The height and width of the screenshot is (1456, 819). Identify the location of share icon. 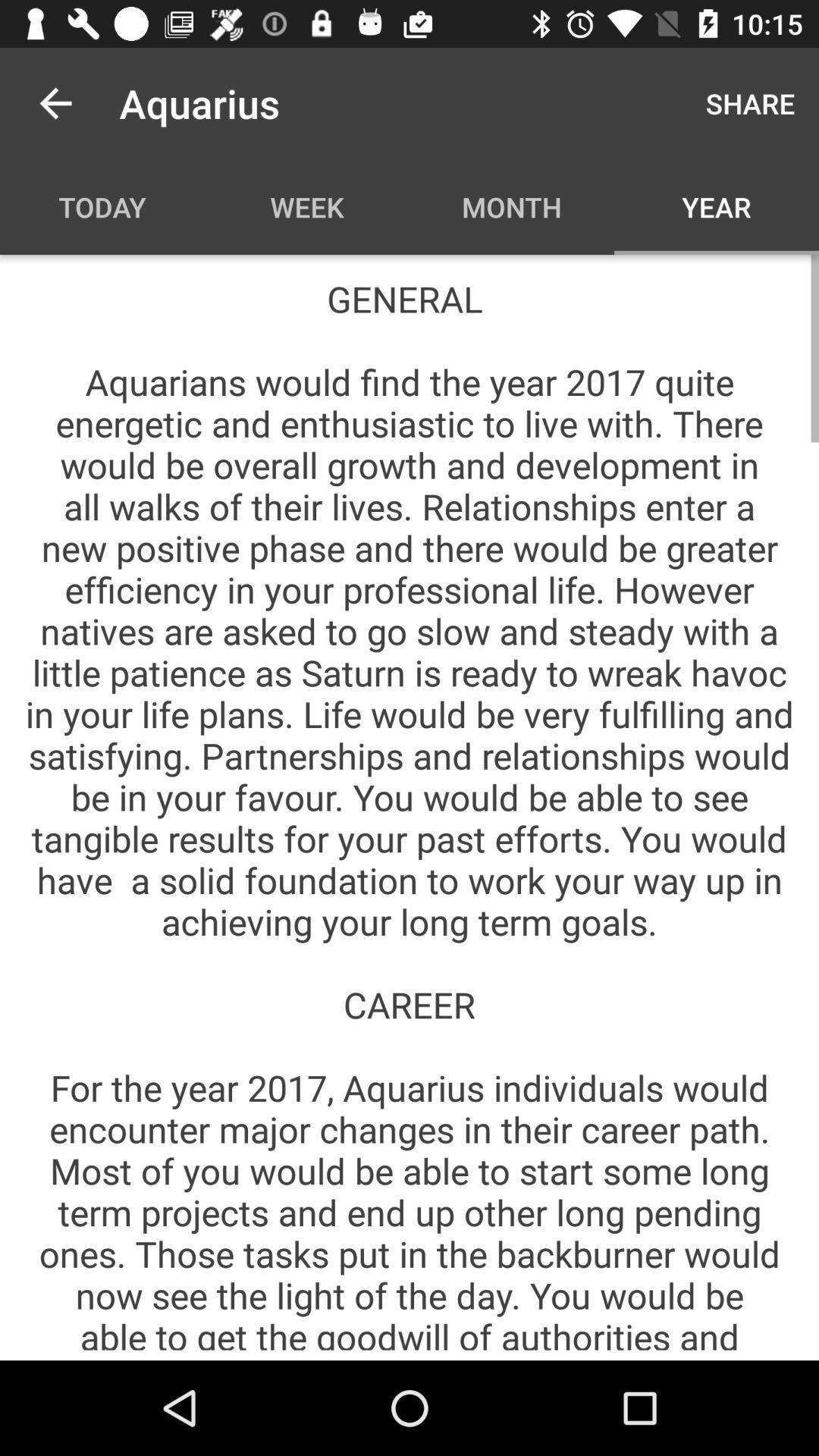
(749, 102).